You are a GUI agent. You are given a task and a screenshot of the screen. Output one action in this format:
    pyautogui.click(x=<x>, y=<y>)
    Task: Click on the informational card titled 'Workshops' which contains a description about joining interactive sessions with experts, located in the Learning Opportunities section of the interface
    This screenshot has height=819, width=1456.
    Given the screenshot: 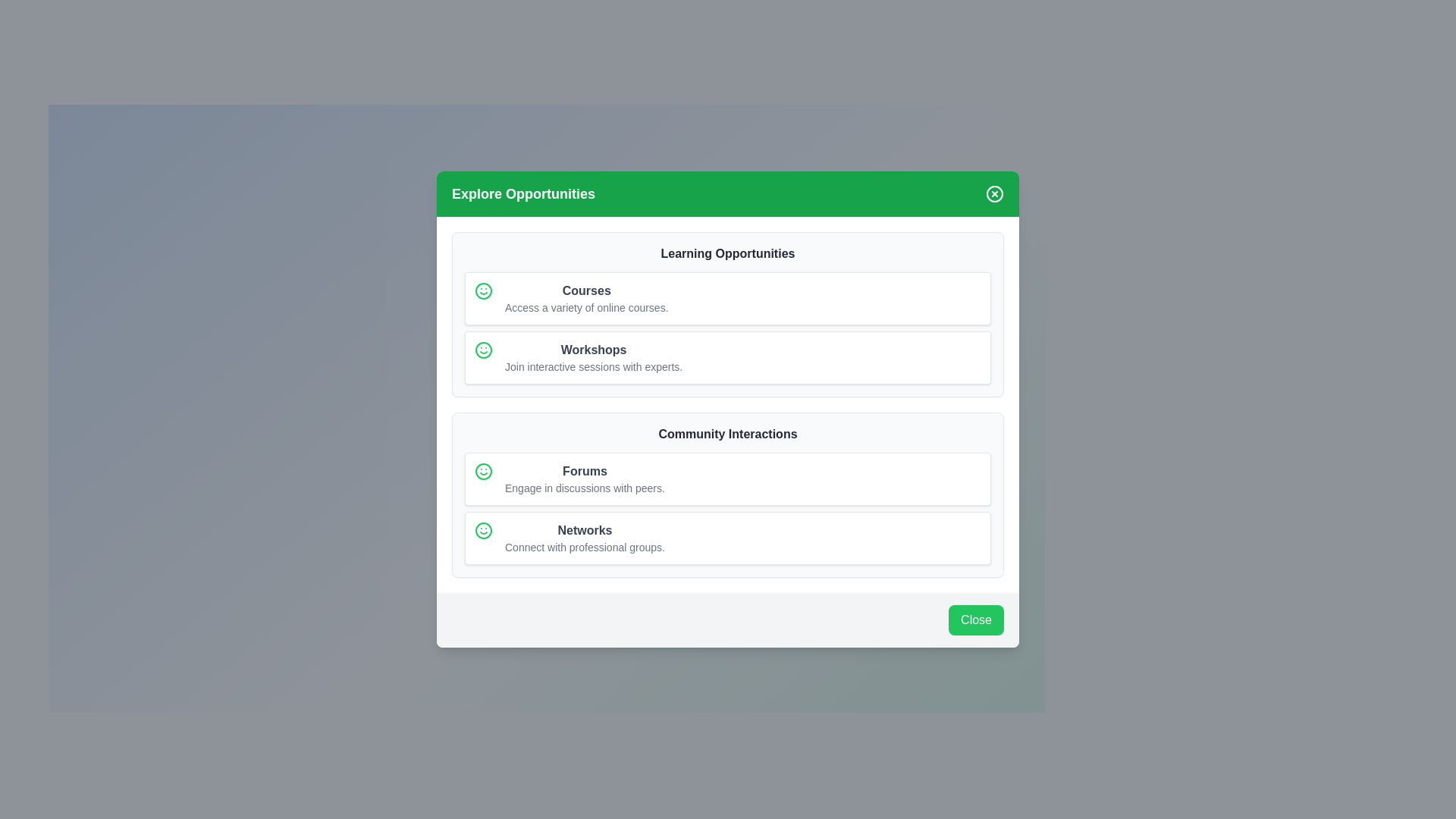 What is the action you would take?
    pyautogui.click(x=593, y=357)
    